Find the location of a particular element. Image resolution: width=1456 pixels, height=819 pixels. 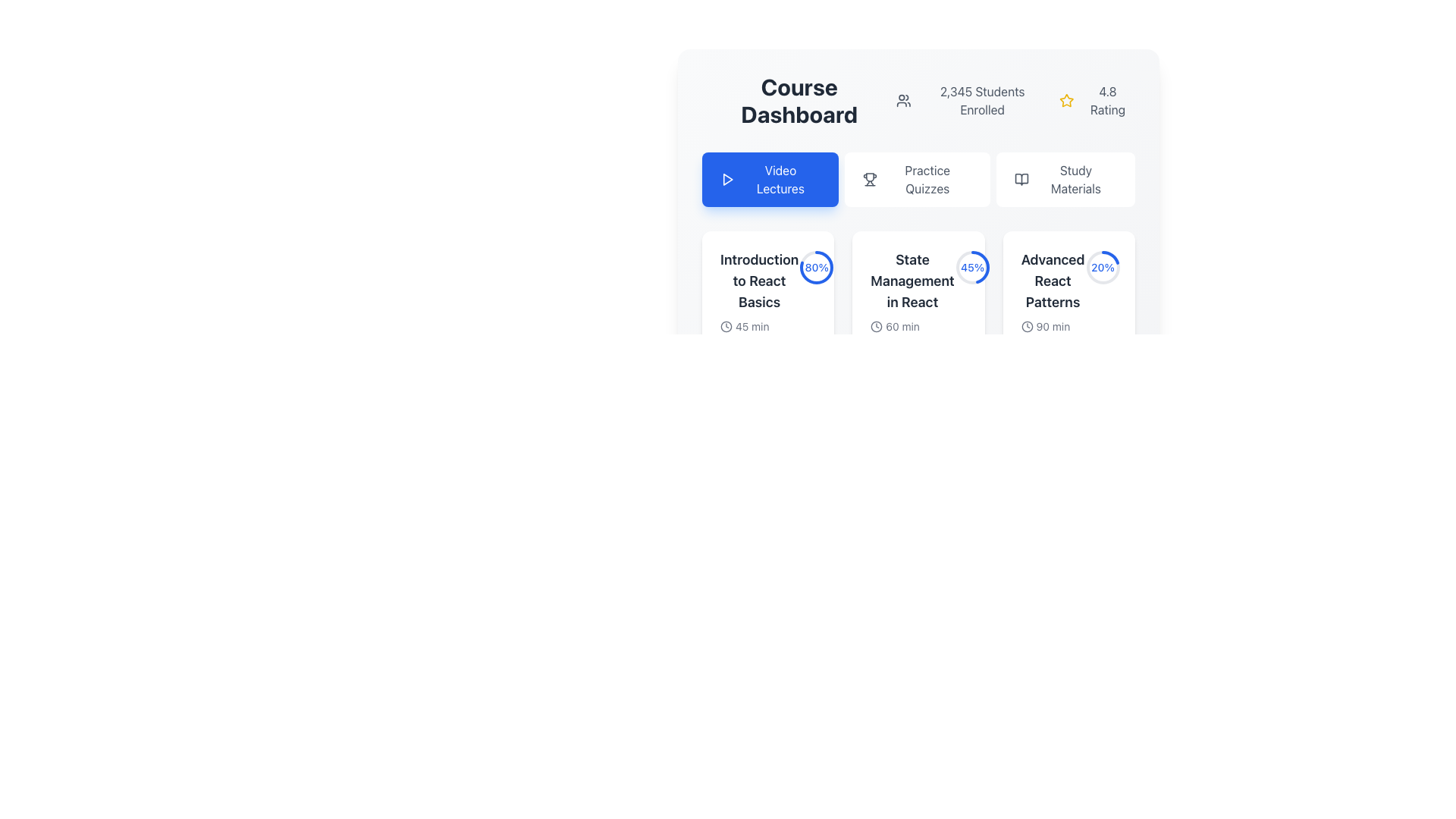

the Circular Progress Indicator showing 20% completion of the 'Advanced React Patterns' course located in the top right corner of its card is located at coordinates (1103, 267).